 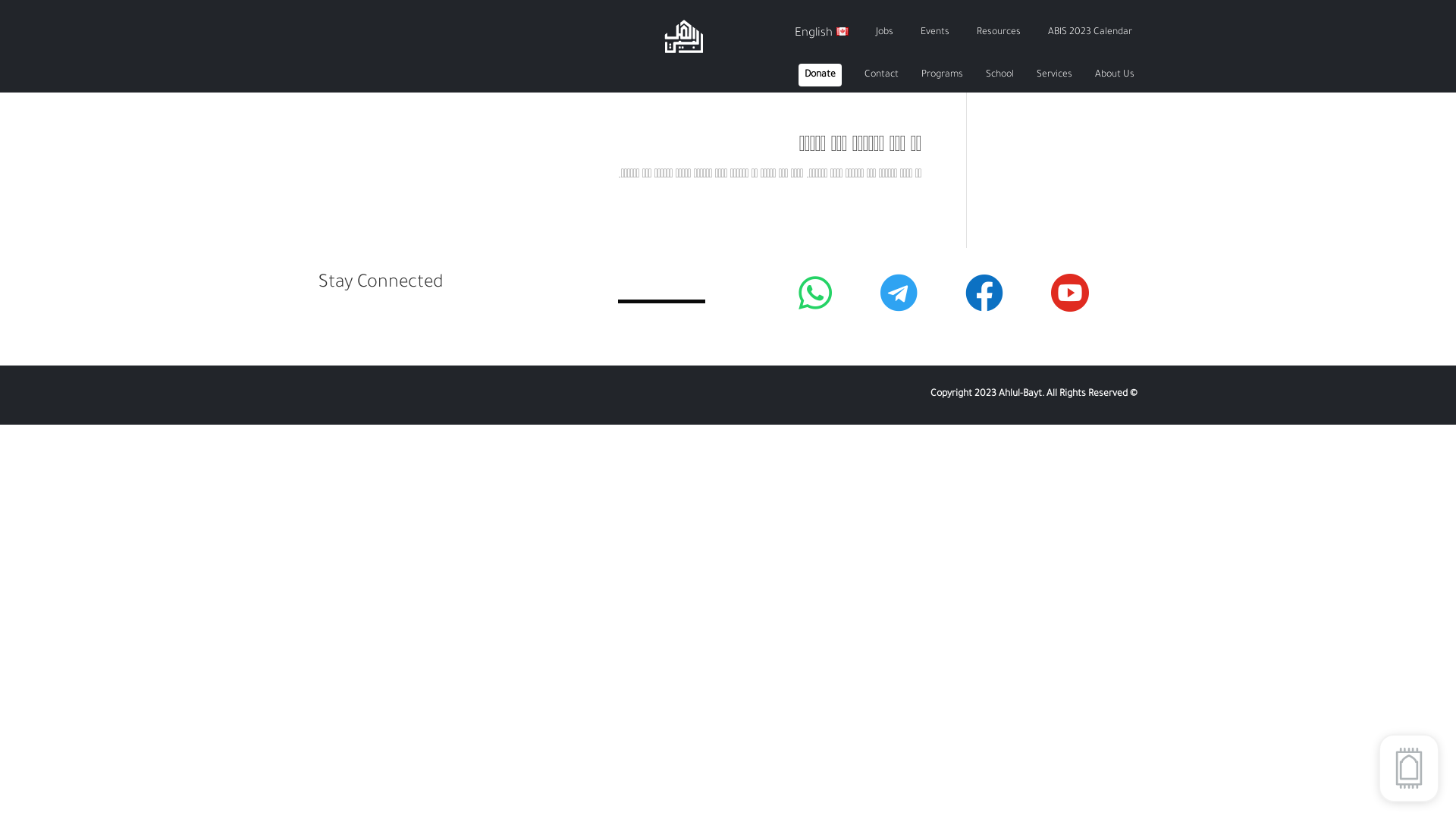 What do you see at coordinates (998, 33) in the screenshot?
I see `'Resources'` at bounding box center [998, 33].